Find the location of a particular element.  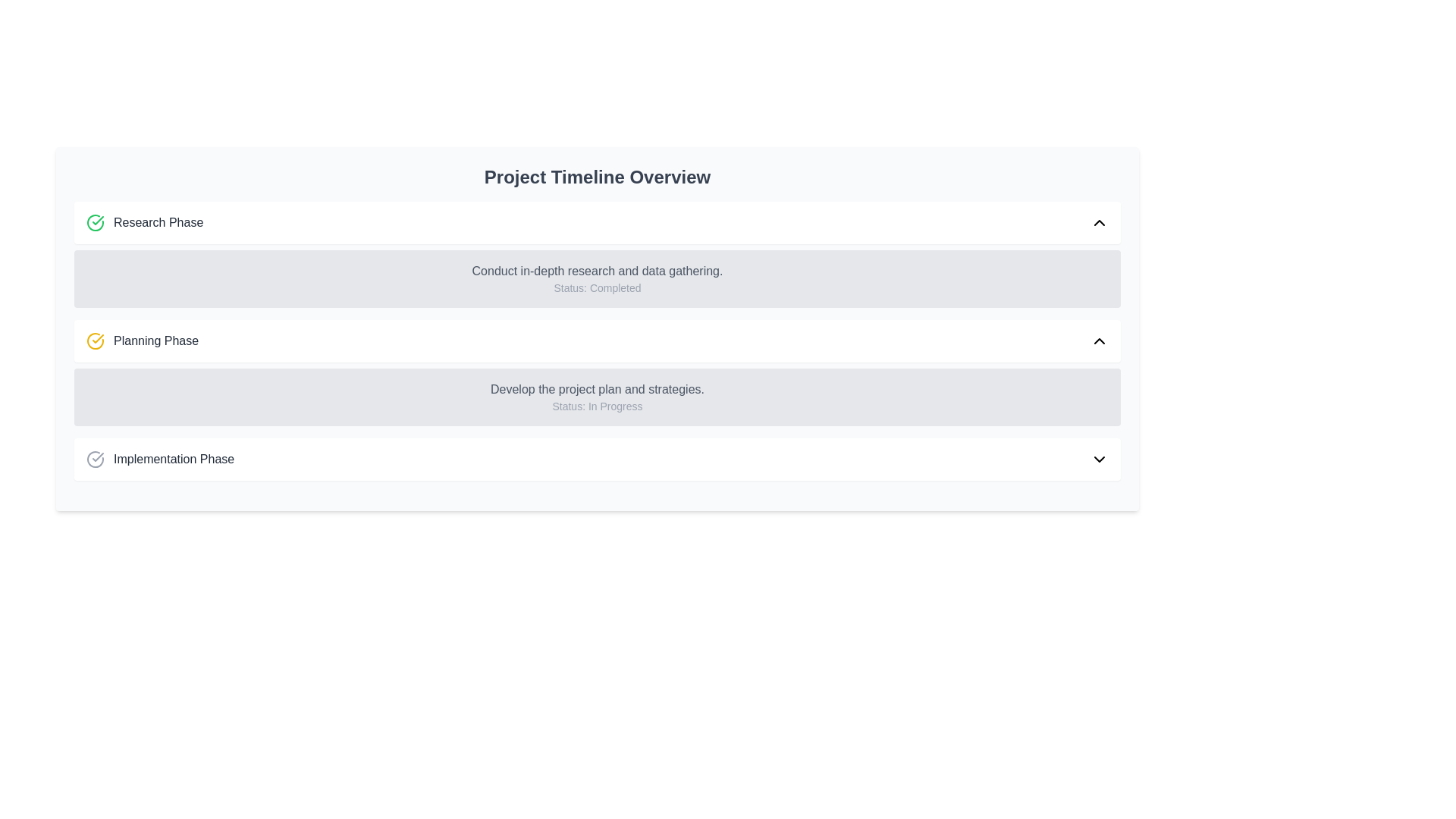

the 'In Progress' Text label located in the 'Planning Phase' section, beneath the heading 'Develop the project plan and strategies.' is located at coordinates (596, 406).